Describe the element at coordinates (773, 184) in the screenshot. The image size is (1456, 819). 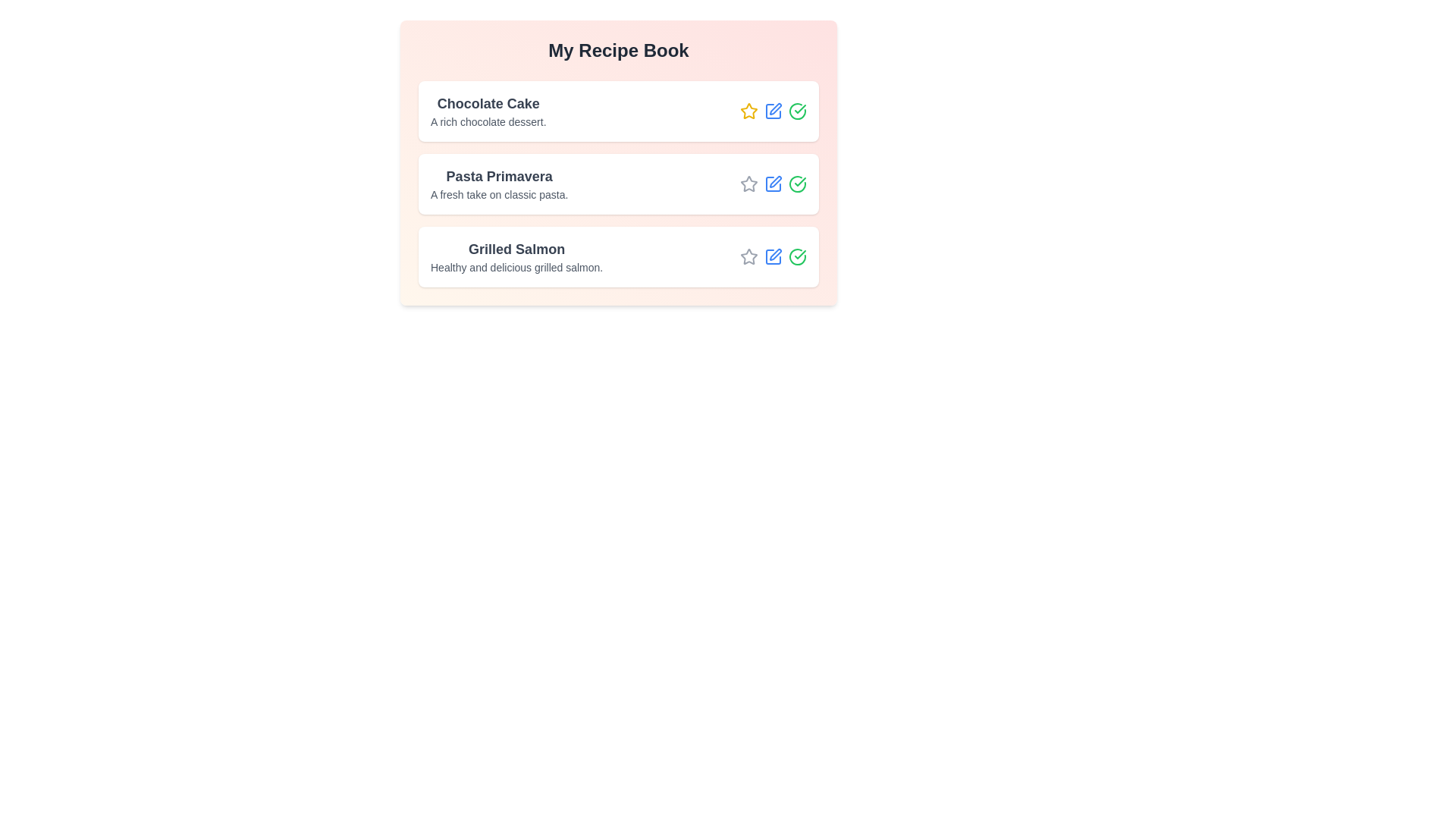
I see `edit icon for the recipe titled Pasta Primavera` at that location.